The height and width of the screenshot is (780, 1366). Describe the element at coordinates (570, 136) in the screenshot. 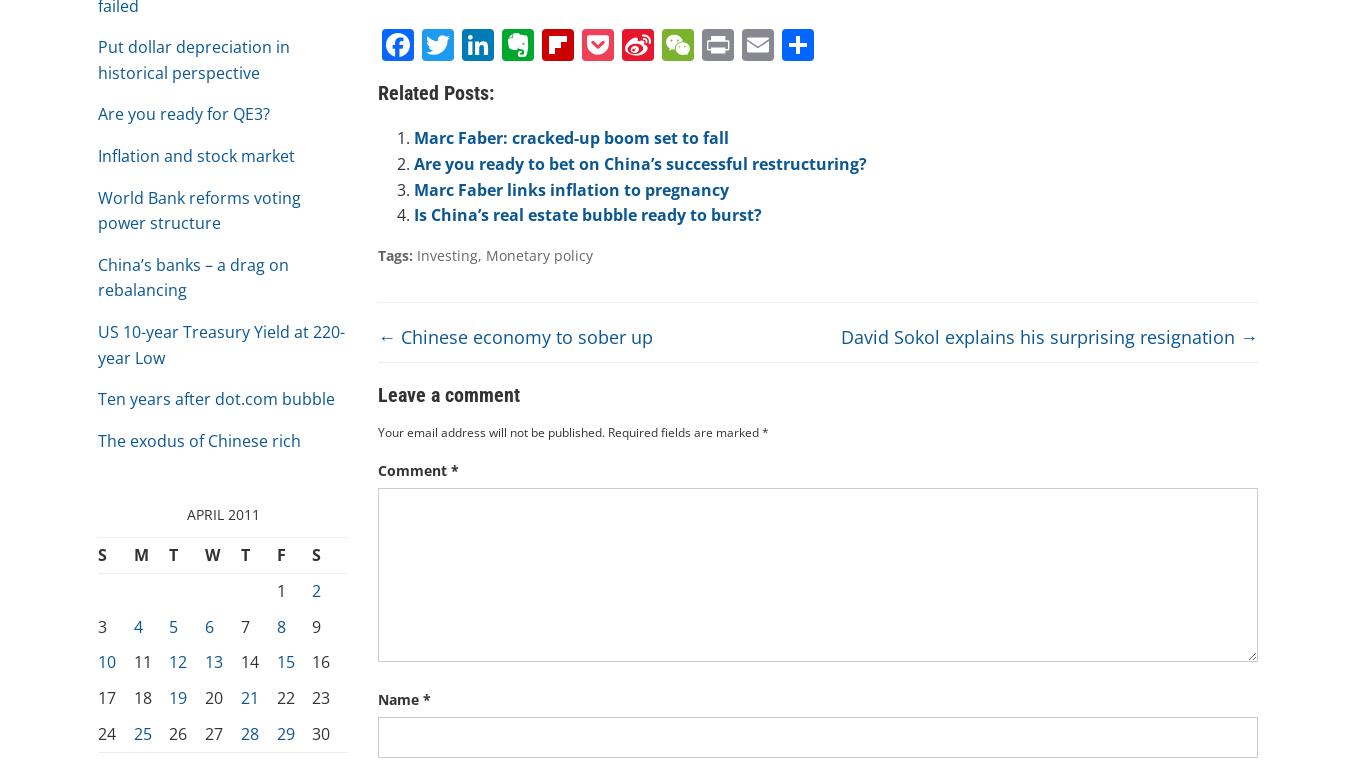

I see `'Marc Faber: cracked-up boom set to fall'` at that location.